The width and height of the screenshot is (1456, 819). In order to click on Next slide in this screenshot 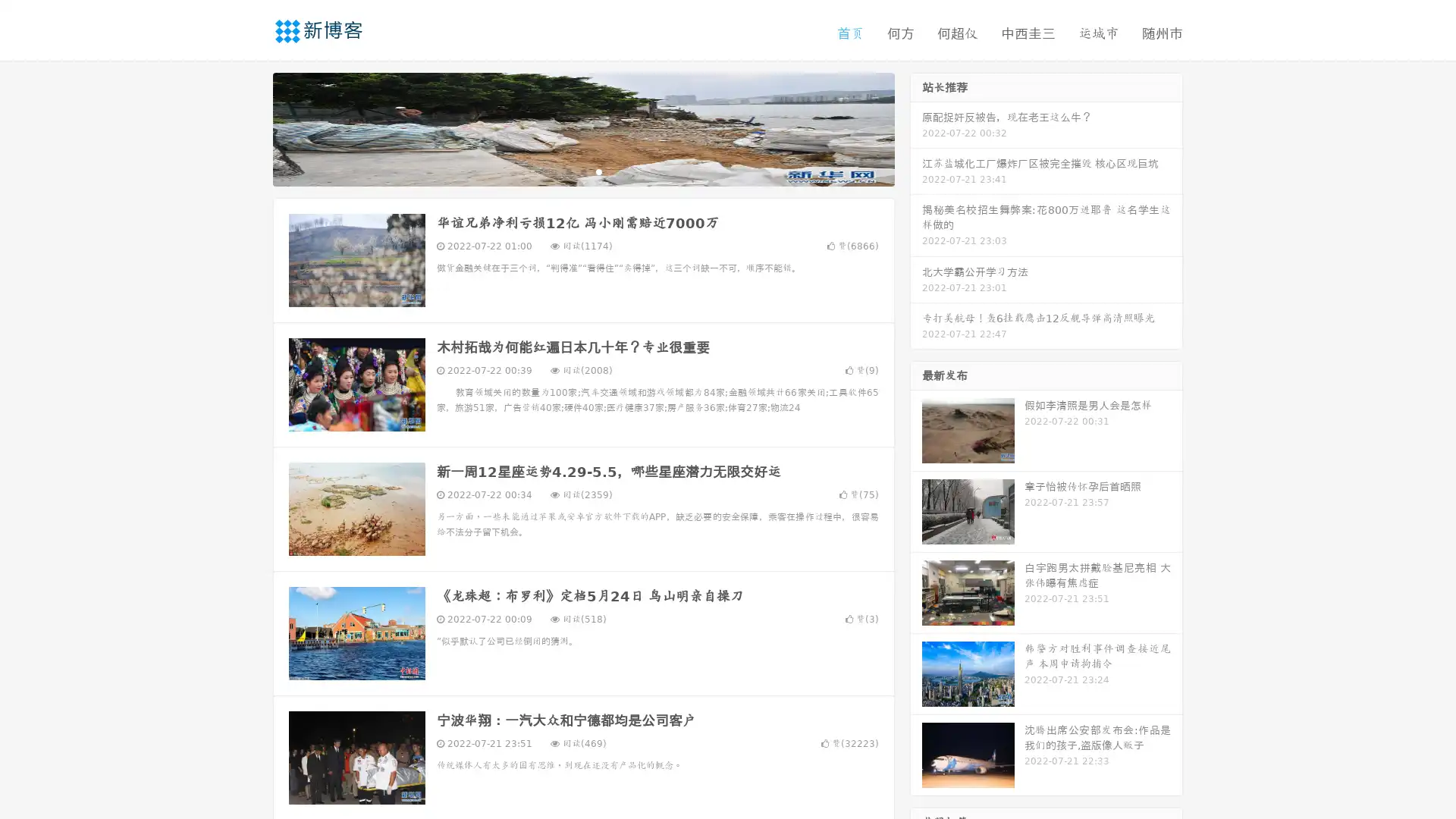, I will do `click(916, 127)`.